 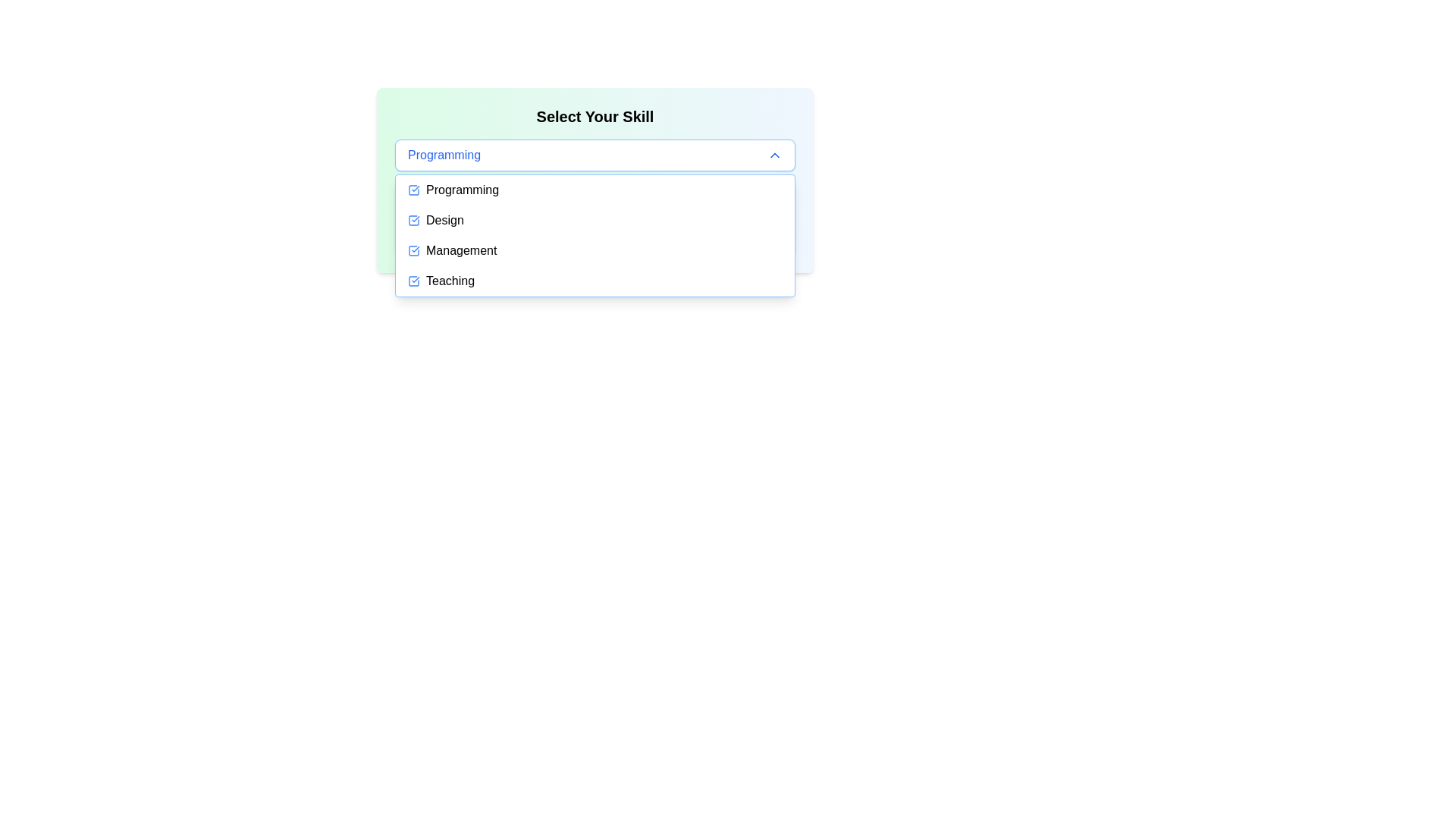 What do you see at coordinates (595, 281) in the screenshot?
I see `the 'Teaching' dropdown menu item, which is the fourth item in the vertical dropdown list under 'Select Your Skill'` at bounding box center [595, 281].